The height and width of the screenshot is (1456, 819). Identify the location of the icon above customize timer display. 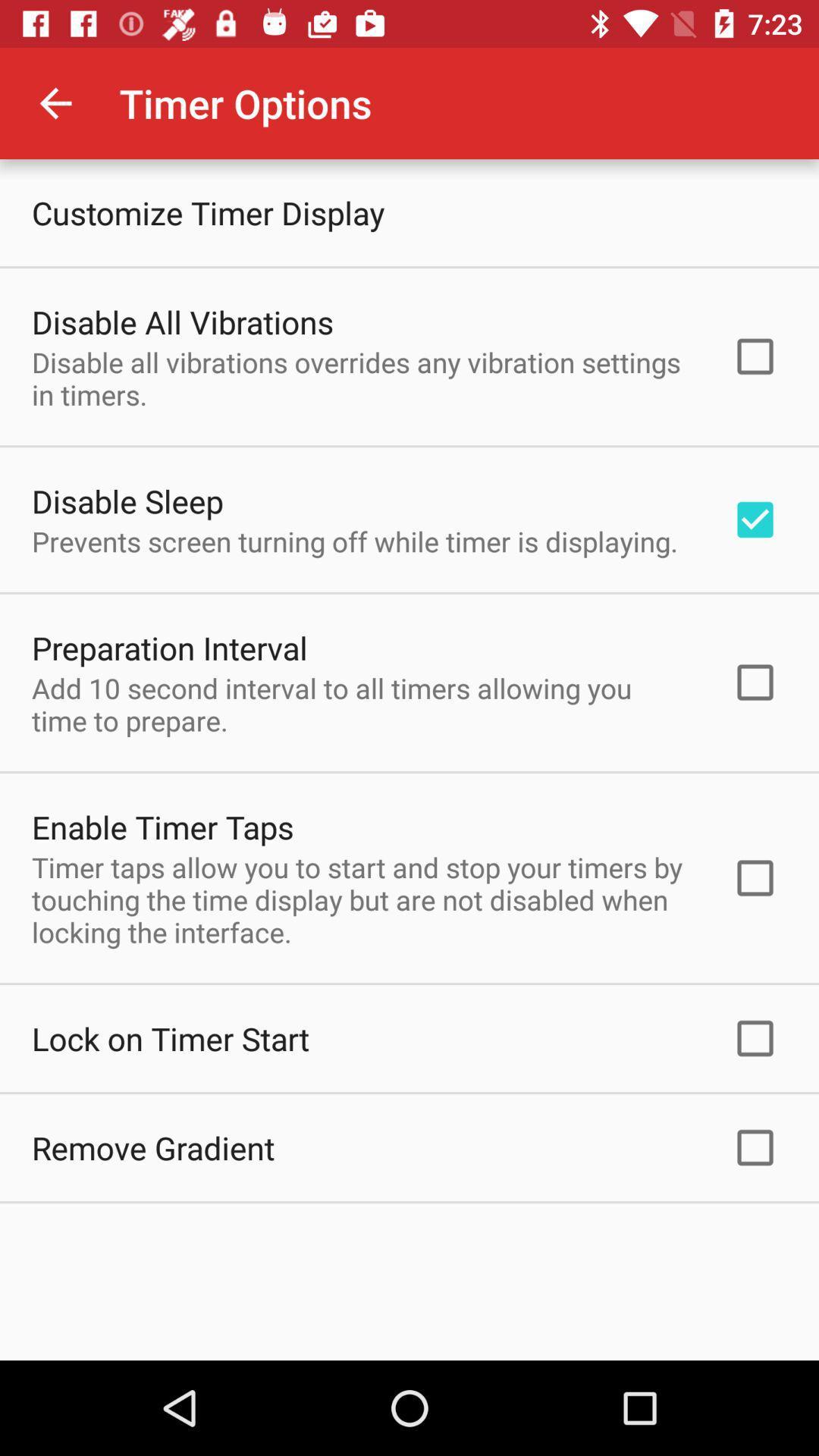
(55, 102).